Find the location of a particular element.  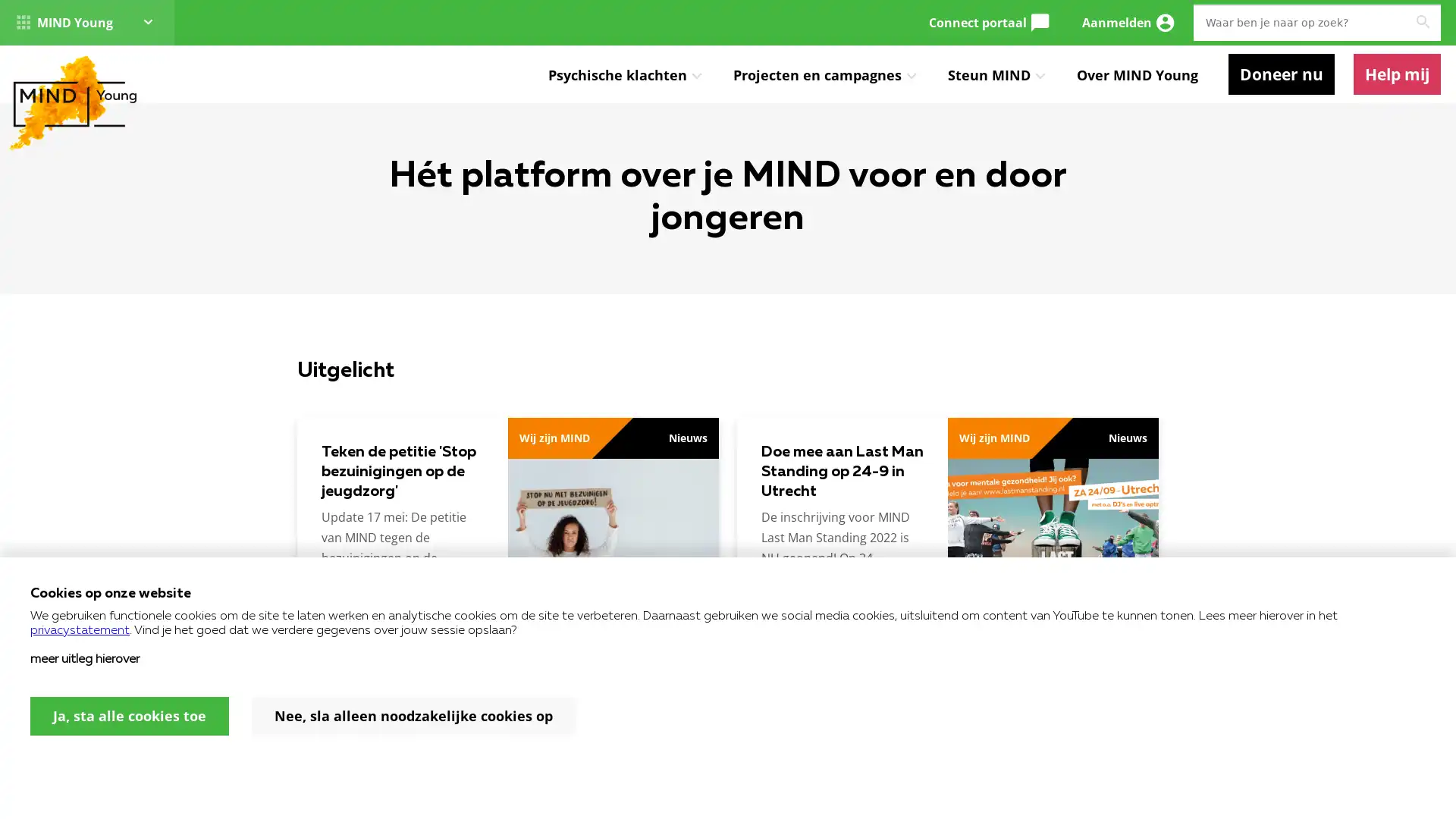

Nee, sla alleen noodzakelijke cookies op is located at coordinates (413, 716).